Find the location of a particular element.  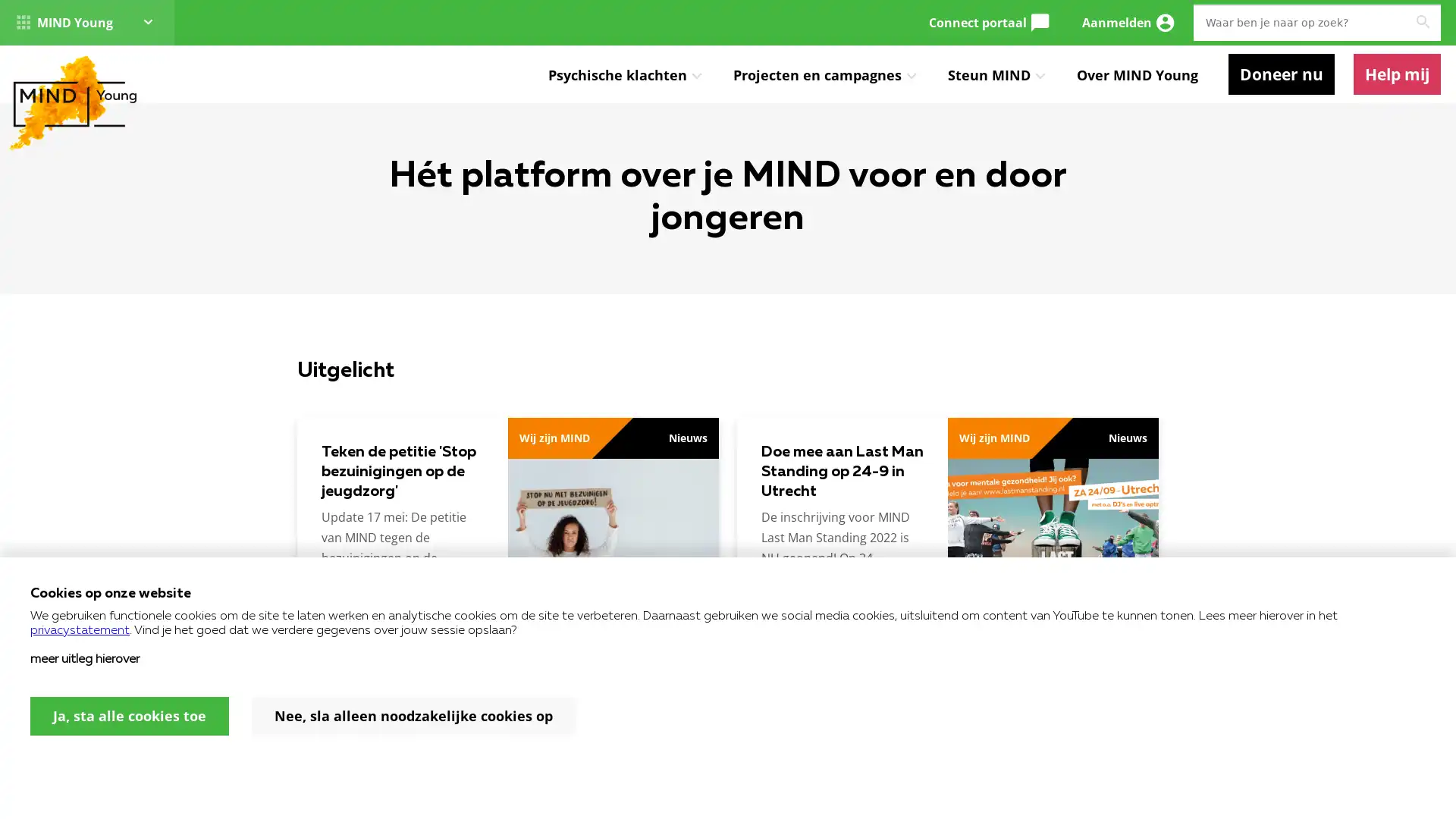

Nee, sla alleen noodzakelijke cookies op is located at coordinates (413, 716).